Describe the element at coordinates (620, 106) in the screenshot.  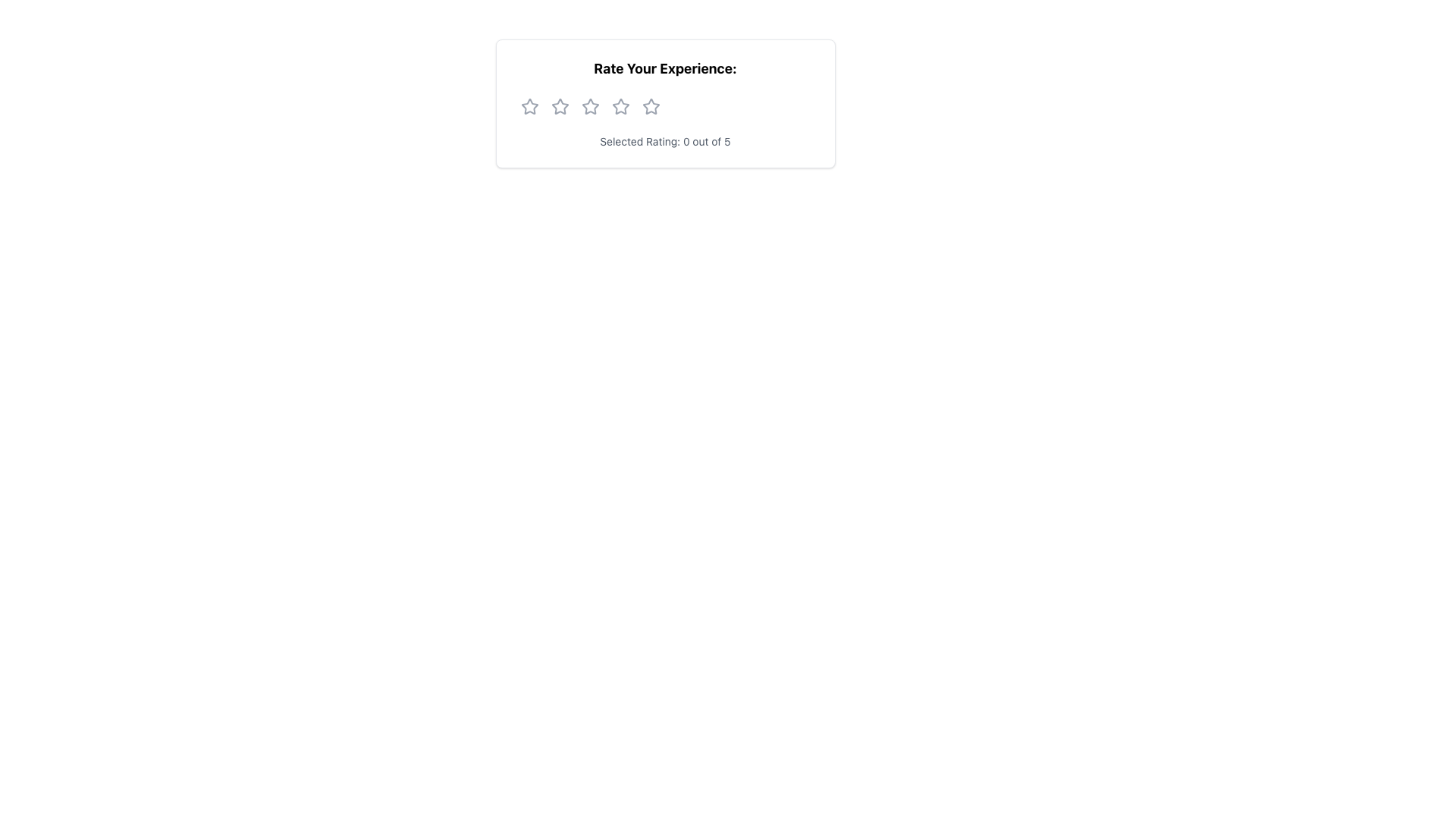
I see `the fourth star in the horizontal rating bar below the 'Rate Your Experience:' heading` at that location.